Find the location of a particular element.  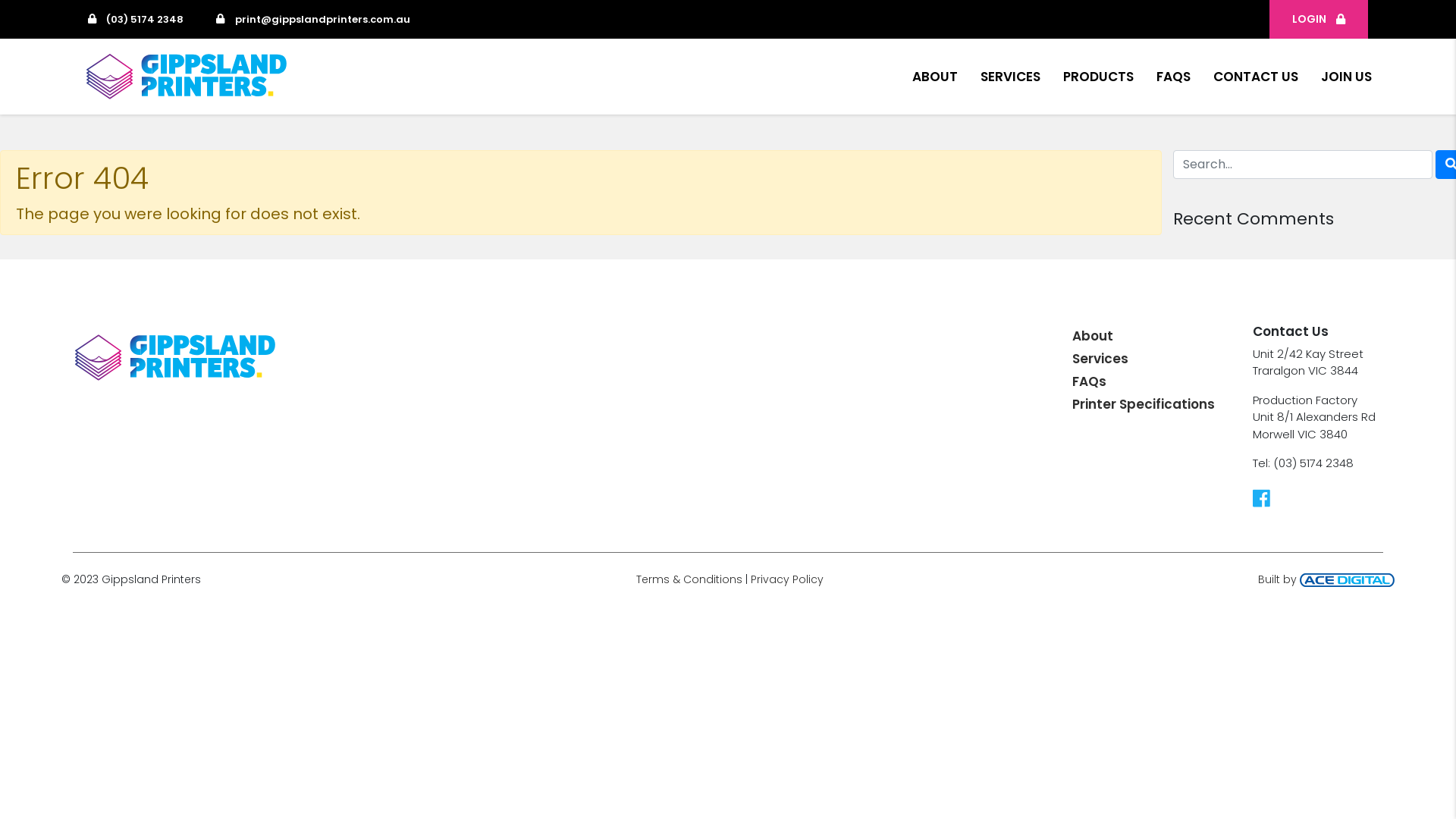

'FAQS' is located at coordinates (1172, 76).